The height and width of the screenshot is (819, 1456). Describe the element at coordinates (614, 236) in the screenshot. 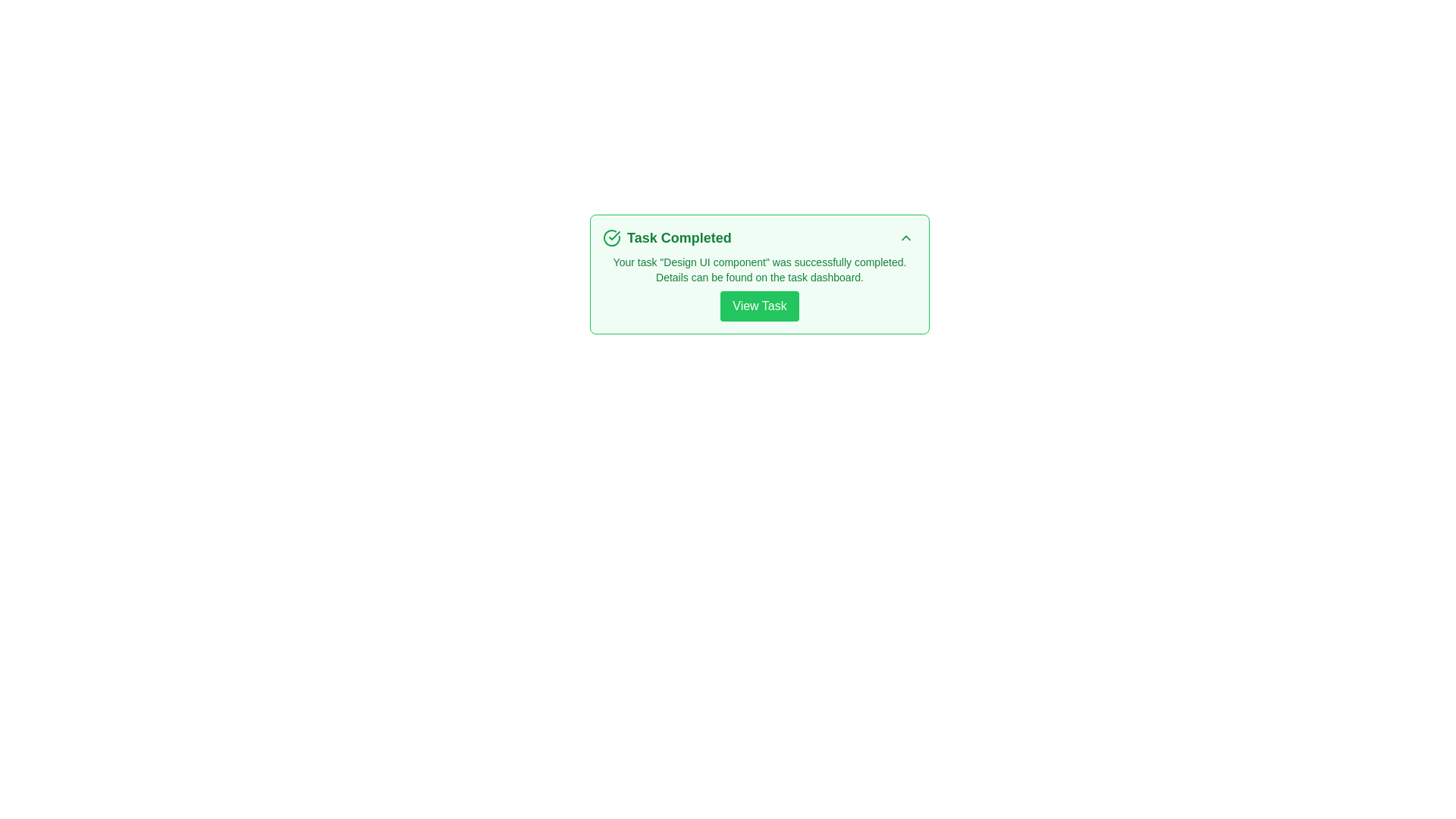

I see `the green checkmark icon within the circular confirmation icon located in the upper-left side of the notification box` at that location.